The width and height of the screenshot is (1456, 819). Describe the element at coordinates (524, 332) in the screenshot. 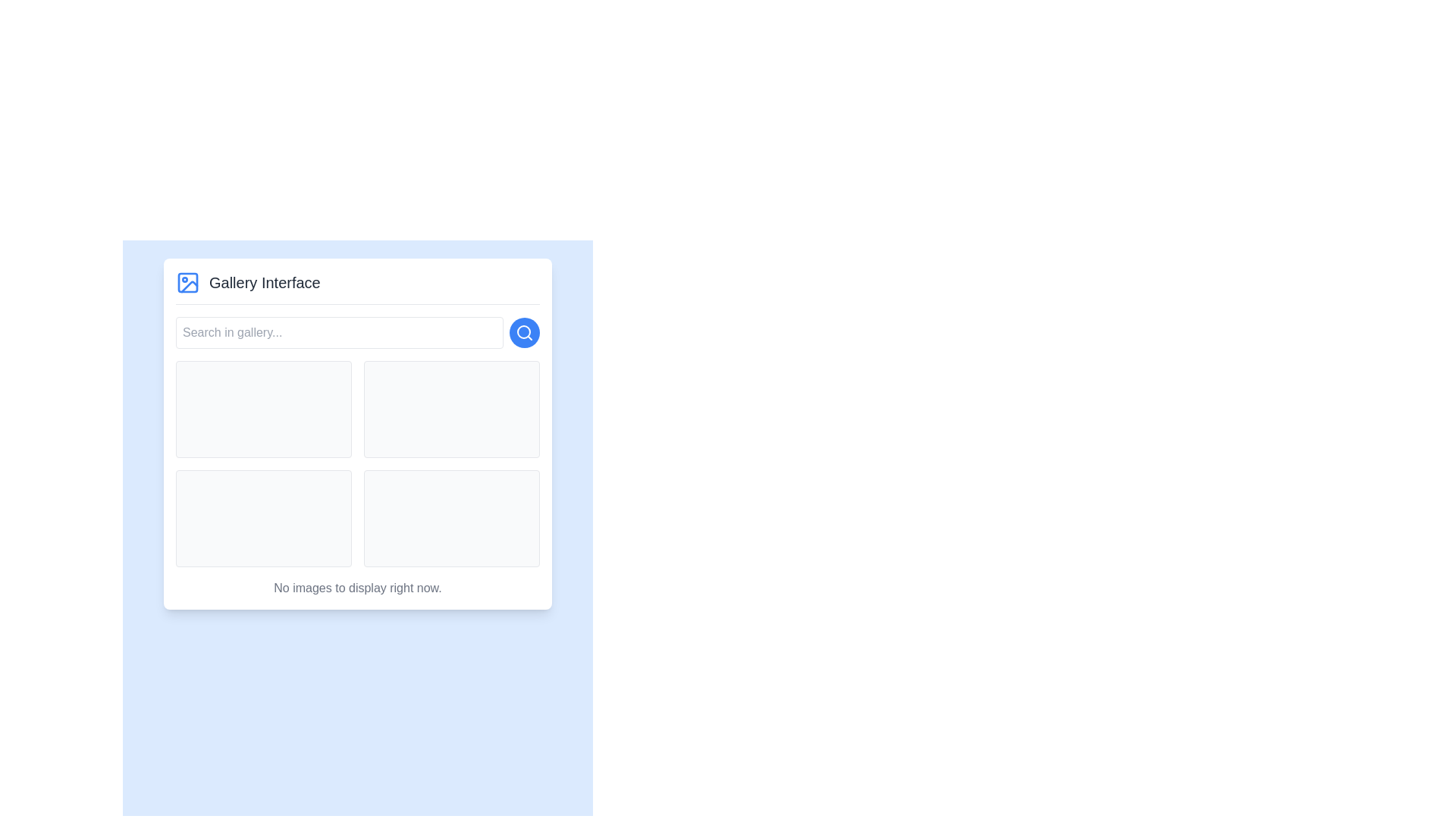

I see `the search action icon located in the top-right corner of the search bar within its circular button context` at that location.